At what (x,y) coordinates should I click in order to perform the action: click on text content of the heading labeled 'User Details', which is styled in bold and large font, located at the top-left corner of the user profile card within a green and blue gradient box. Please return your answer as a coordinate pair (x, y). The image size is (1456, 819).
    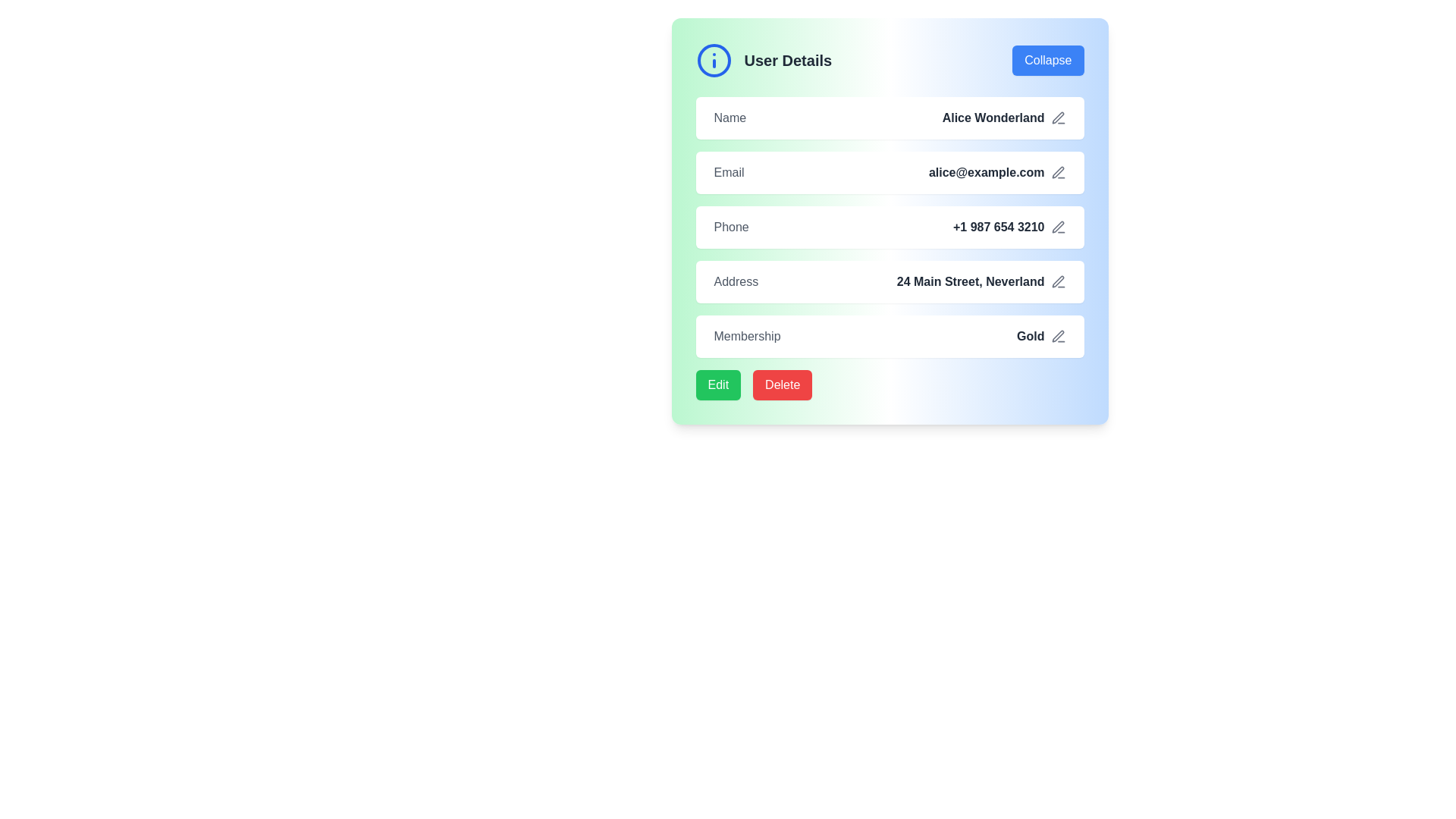
    Looking at the image, I should click on (788, 60).